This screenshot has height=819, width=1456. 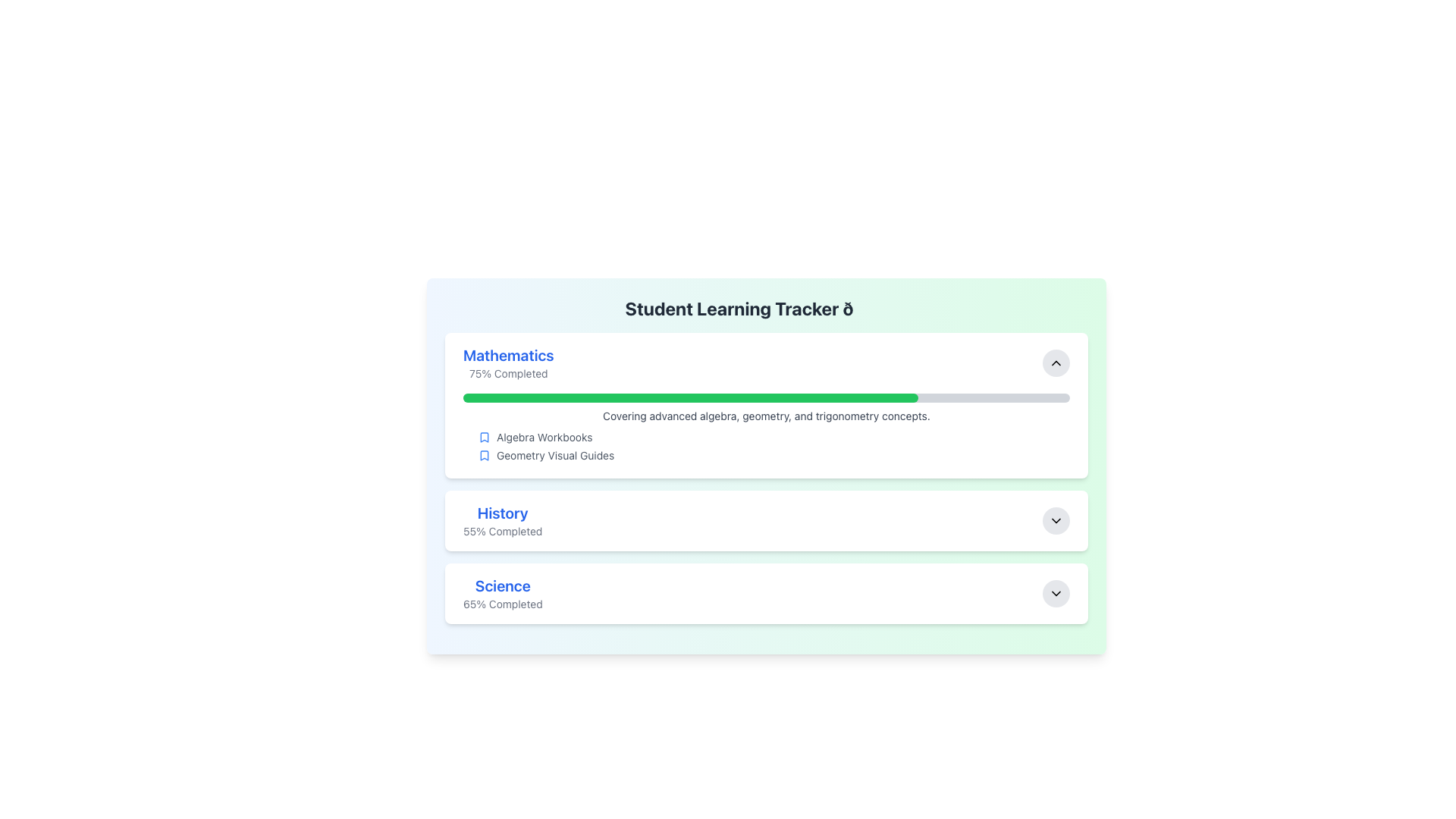 I want to click on progress bar located in the Mathematics section of the Student Learning Tracker interface, which visually represents the progress at '75% Completed', so click(x=767, y=397).